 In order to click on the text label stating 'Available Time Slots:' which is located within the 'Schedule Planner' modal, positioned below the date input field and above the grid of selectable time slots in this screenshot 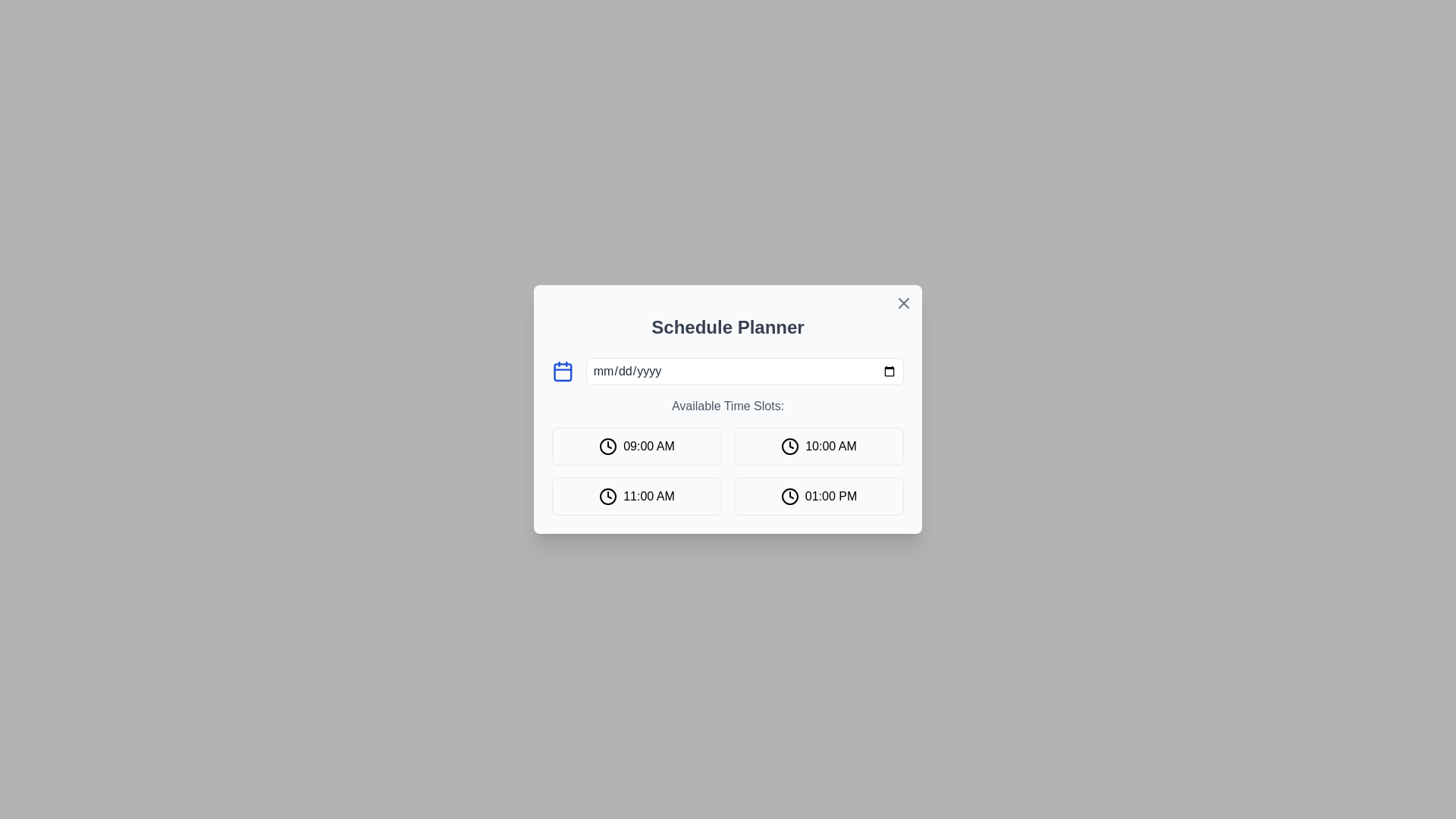, I will do `click(728, 406)`.